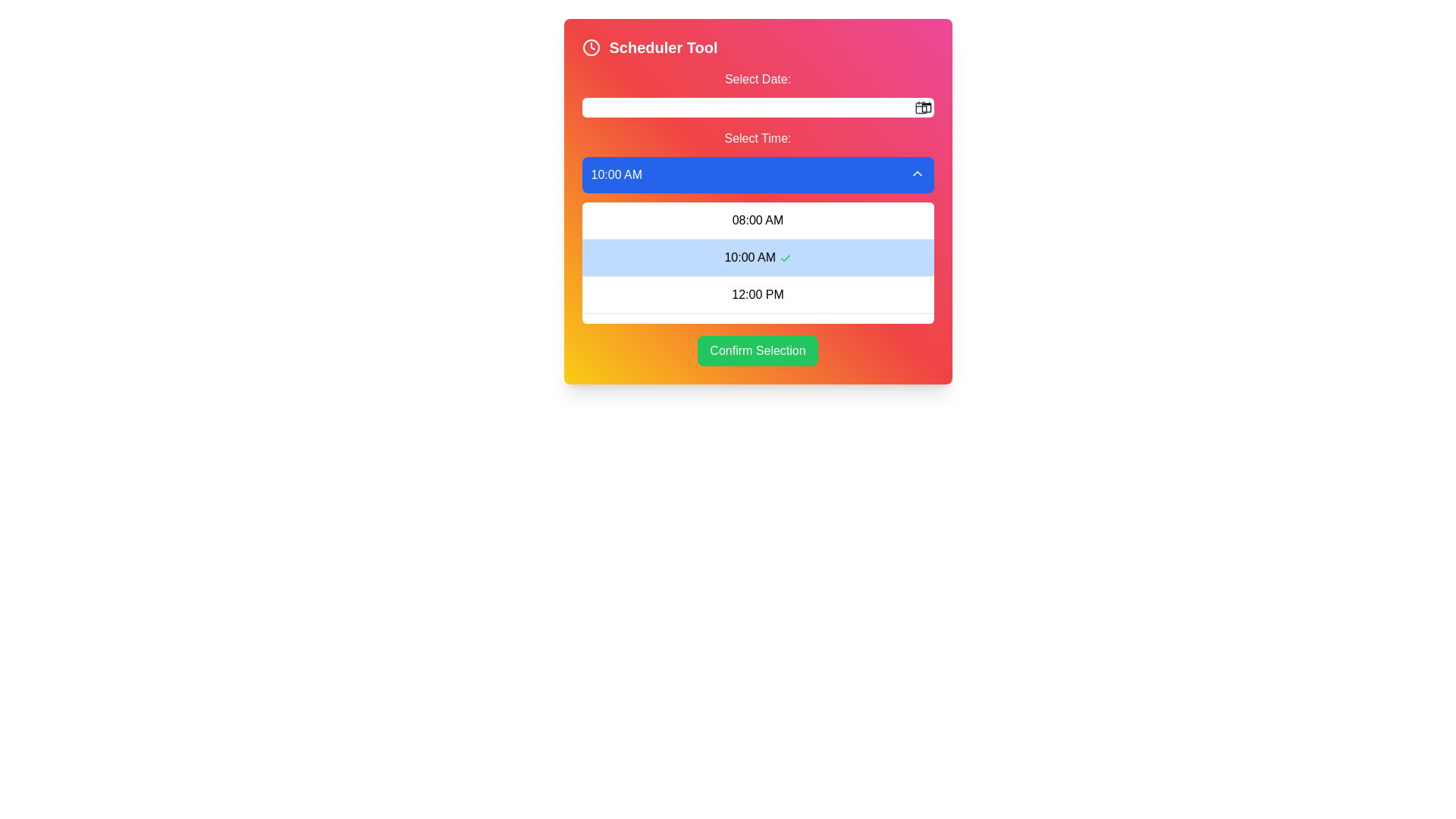 This screenshot has width=1456, height=819. Describe the element at coordinates (758, 227) in the screenshot. I see `to select the first time slot in the dropdown menu under the 'Select Time' section` at that location.